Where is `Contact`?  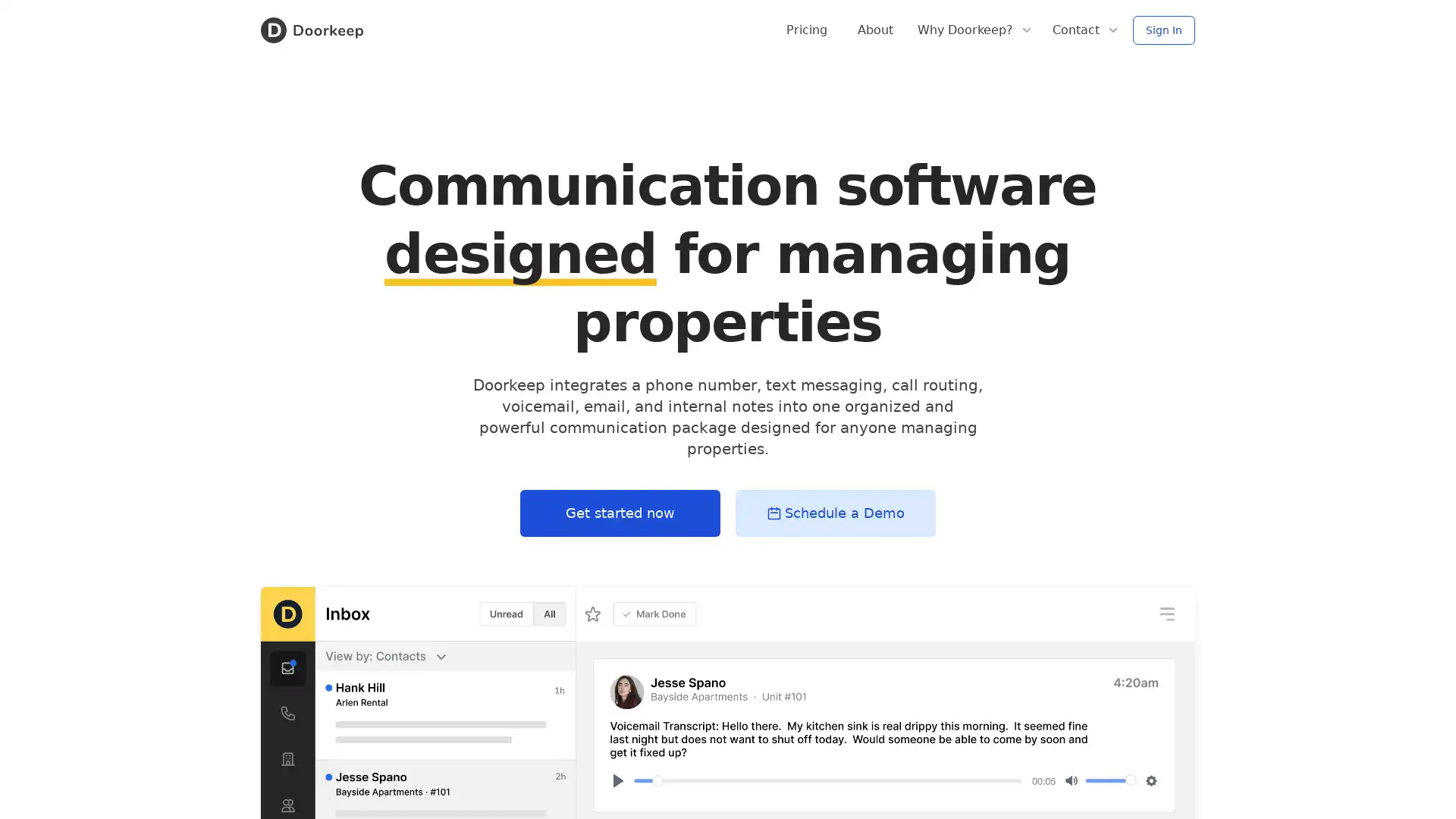 Contact is located at coordinates (1086, 30).